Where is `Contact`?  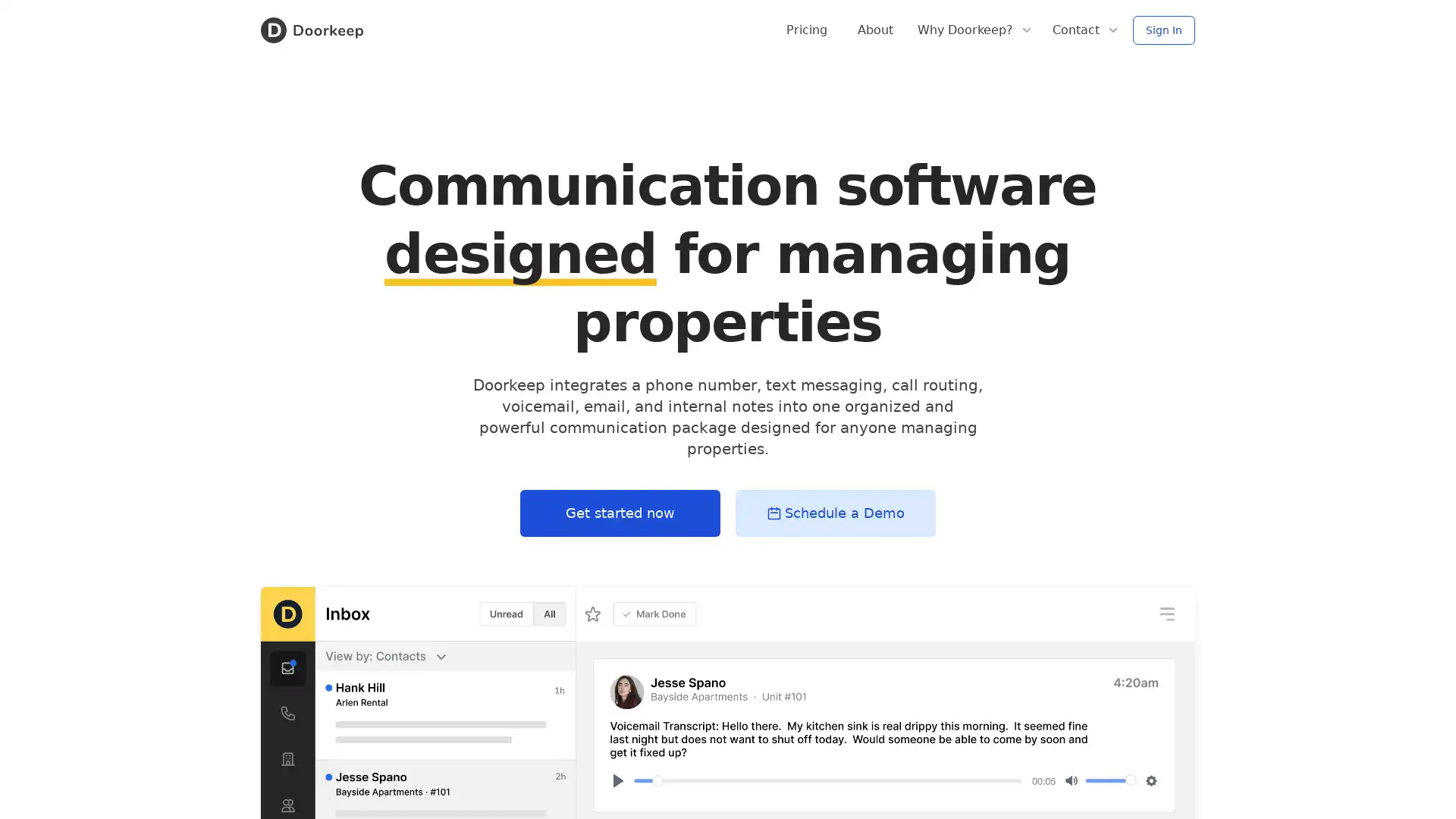 Contact is located at coordinates (1086, 30).